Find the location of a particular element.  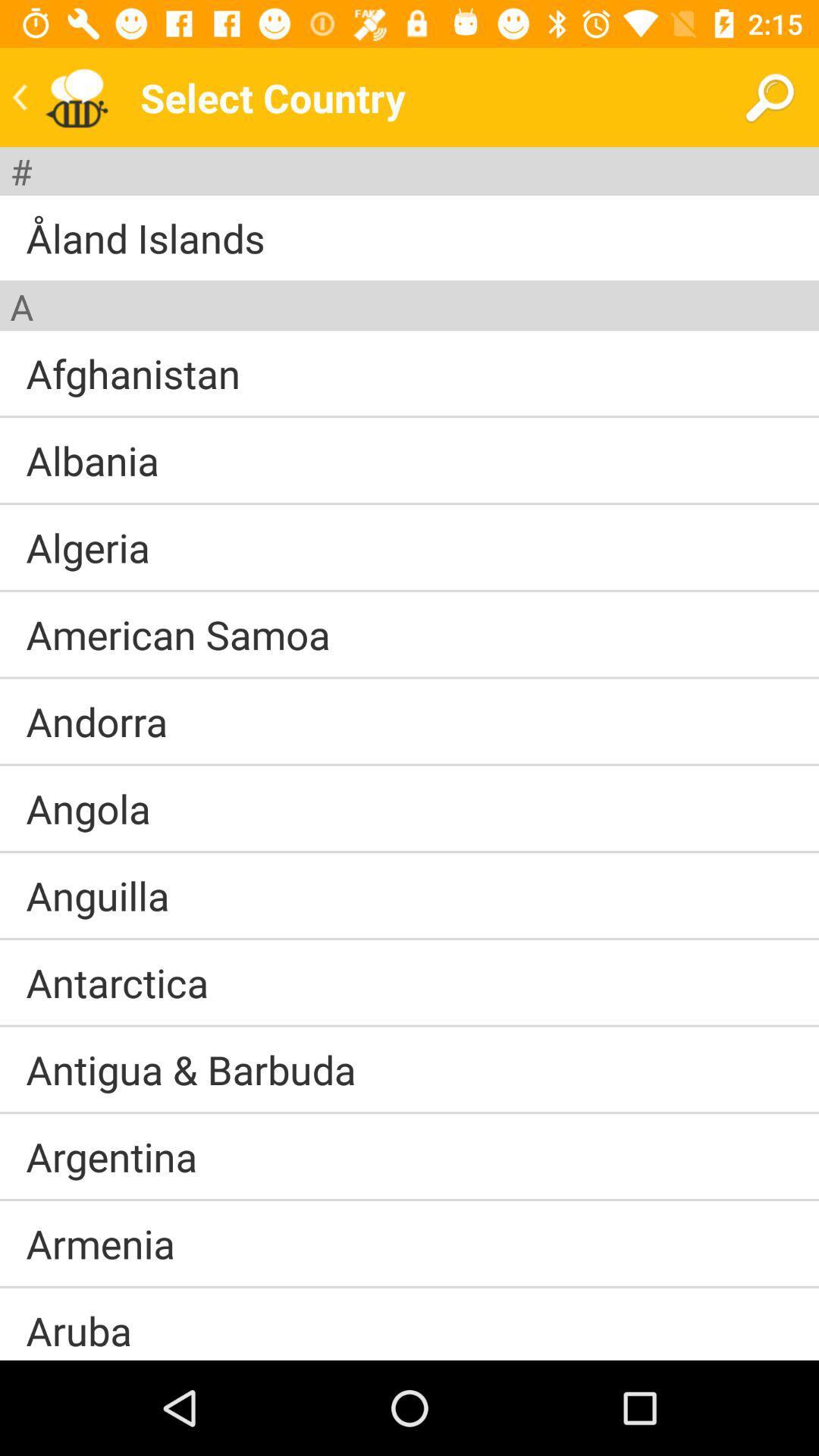

the algeria icon is located at coordinates (88, 546).